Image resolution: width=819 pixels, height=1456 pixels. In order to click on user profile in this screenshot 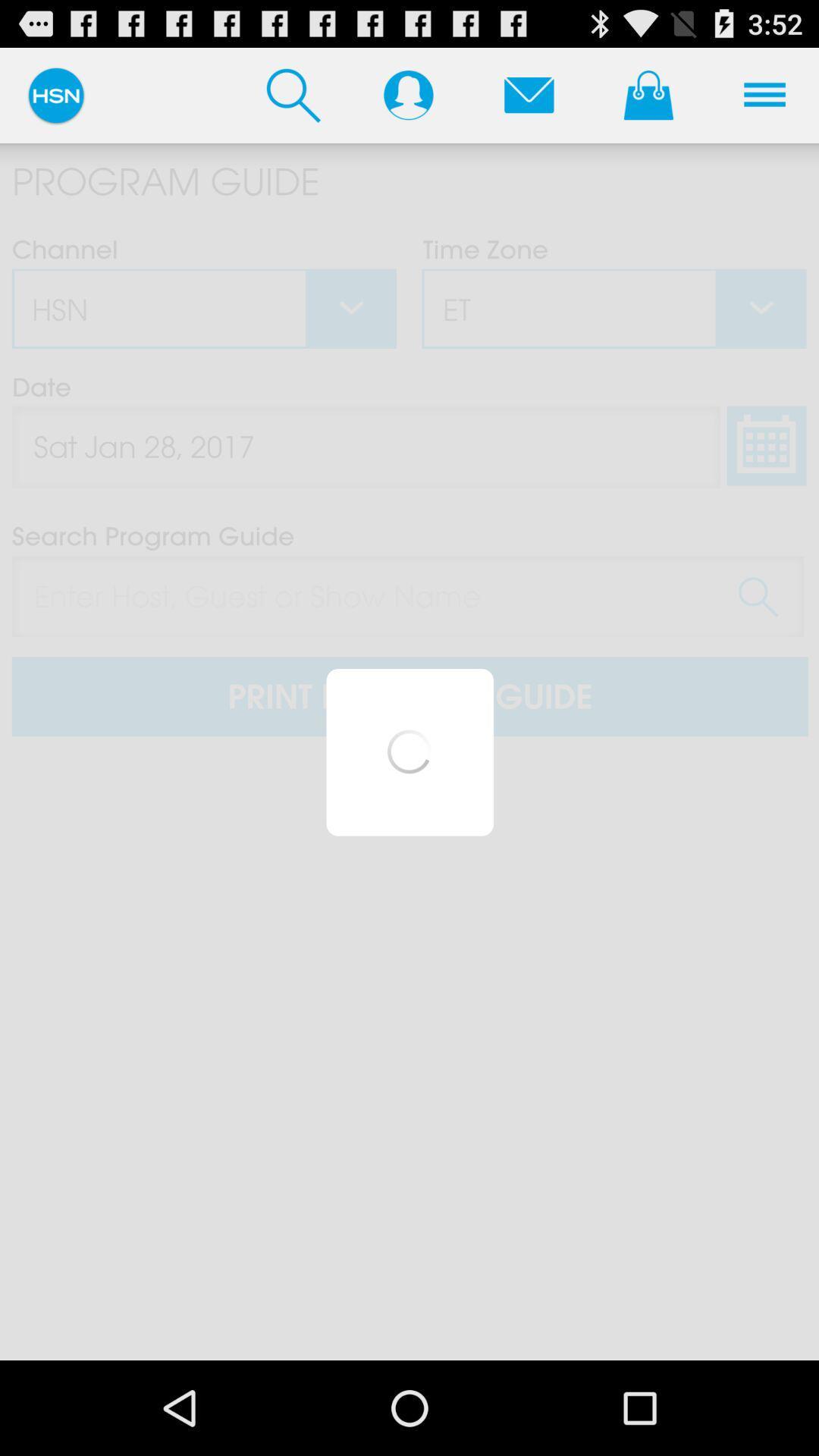, I will do `click(407, 94)`.